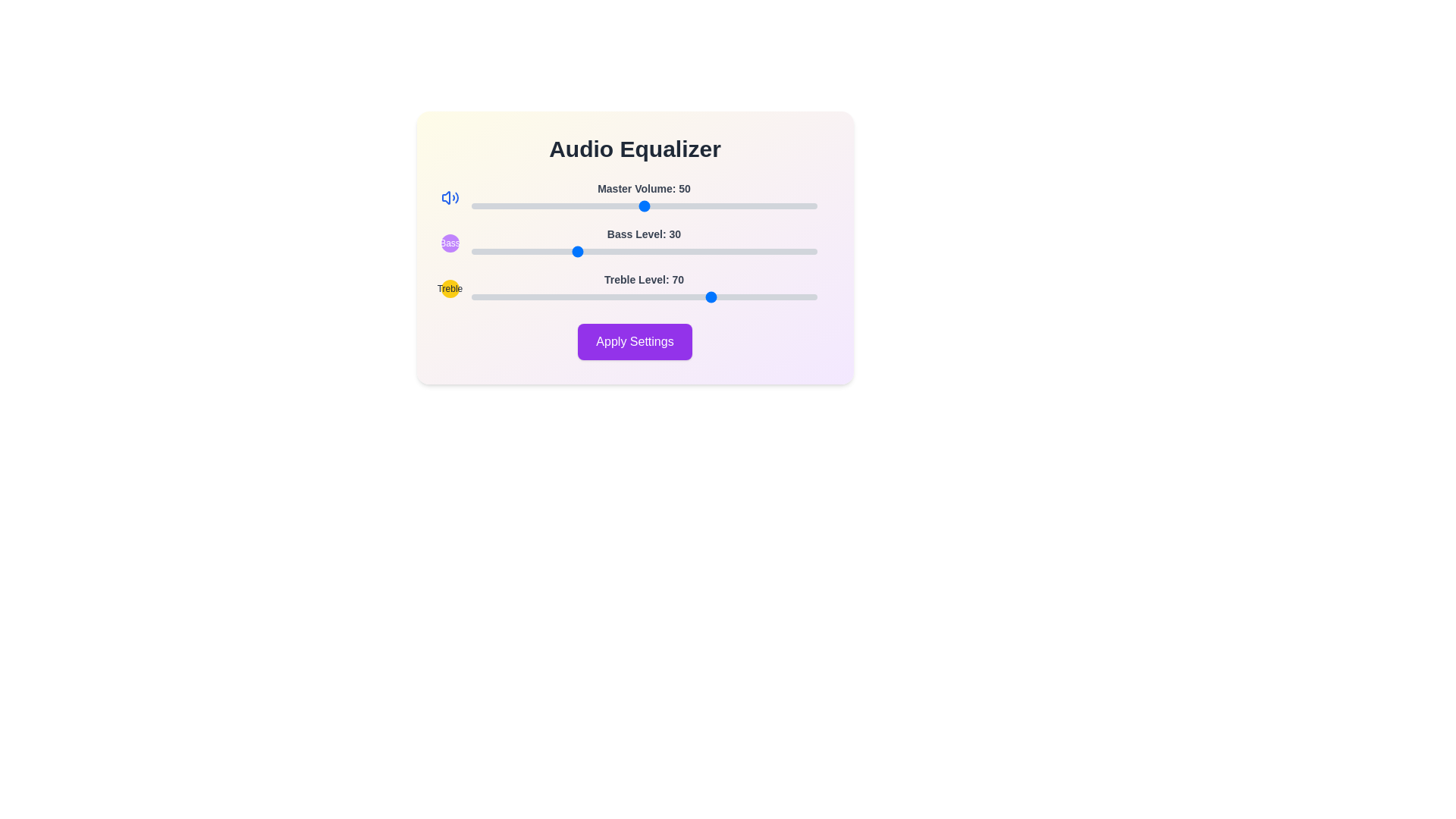  Describe the element at coordinates (664, 206) in the screenshot. I see `the master volume` at that location.